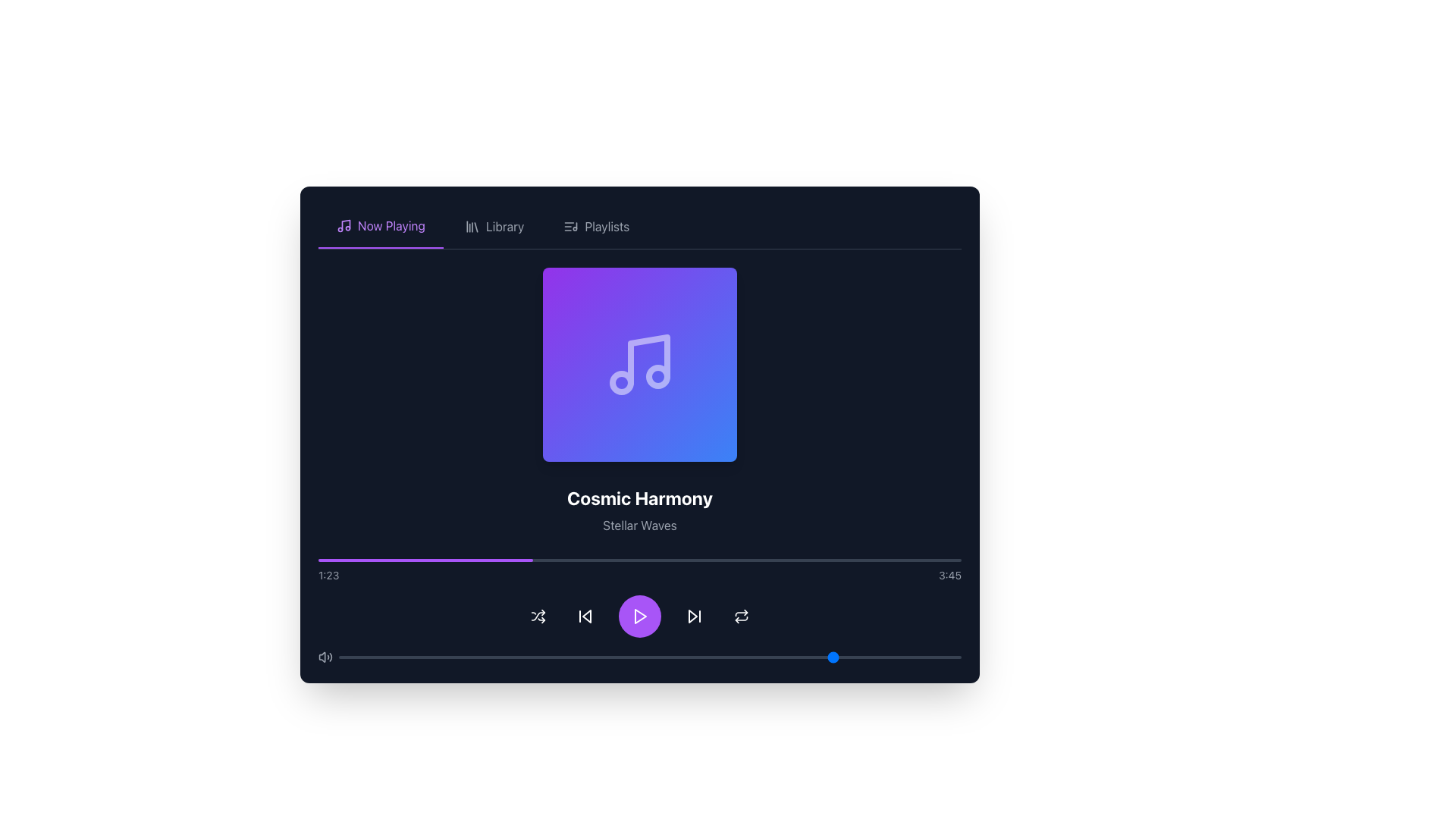 The width and height of the screenshot is (1456, 819). Describe the element at coordinates (640, 365) in the screenshot. I see `the central visual component of the media player, which features a gradient-filled square with a white musical note icon` at that location.